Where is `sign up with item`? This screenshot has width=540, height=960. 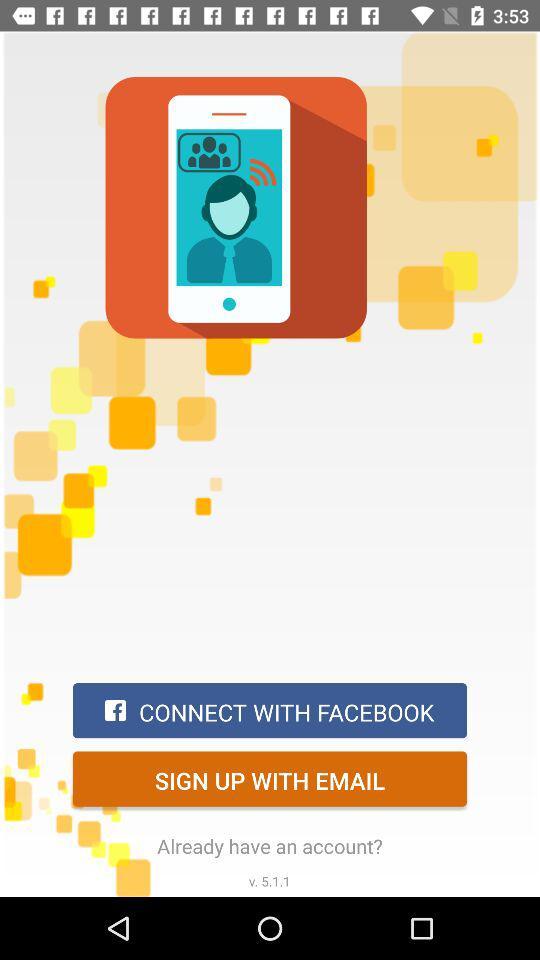 sign up with item is located at coordinates (270, 778).